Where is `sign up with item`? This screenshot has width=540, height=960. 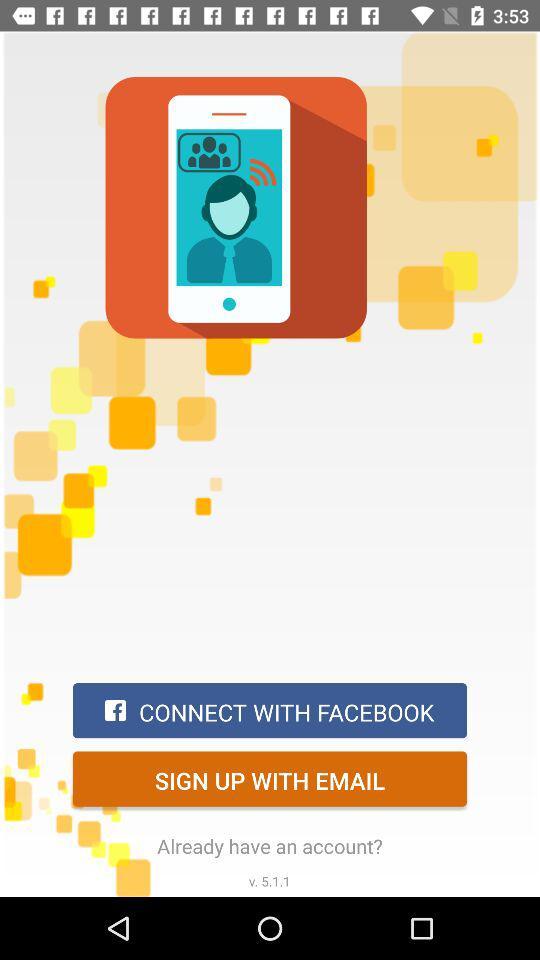 sign up with item is located at coordinates (270, 778).